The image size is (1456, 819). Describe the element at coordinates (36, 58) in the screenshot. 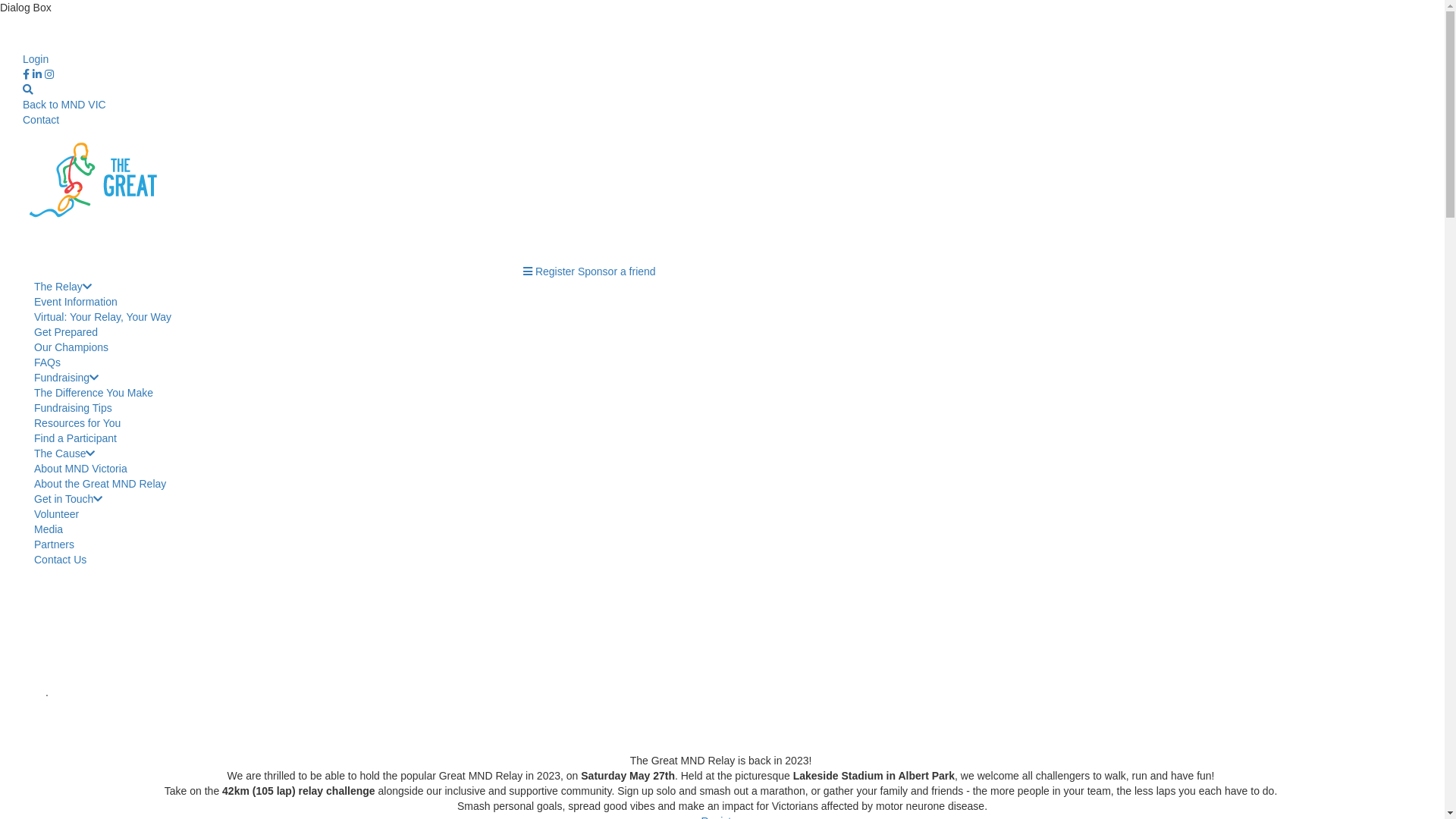

I see `'Login'` at that location.